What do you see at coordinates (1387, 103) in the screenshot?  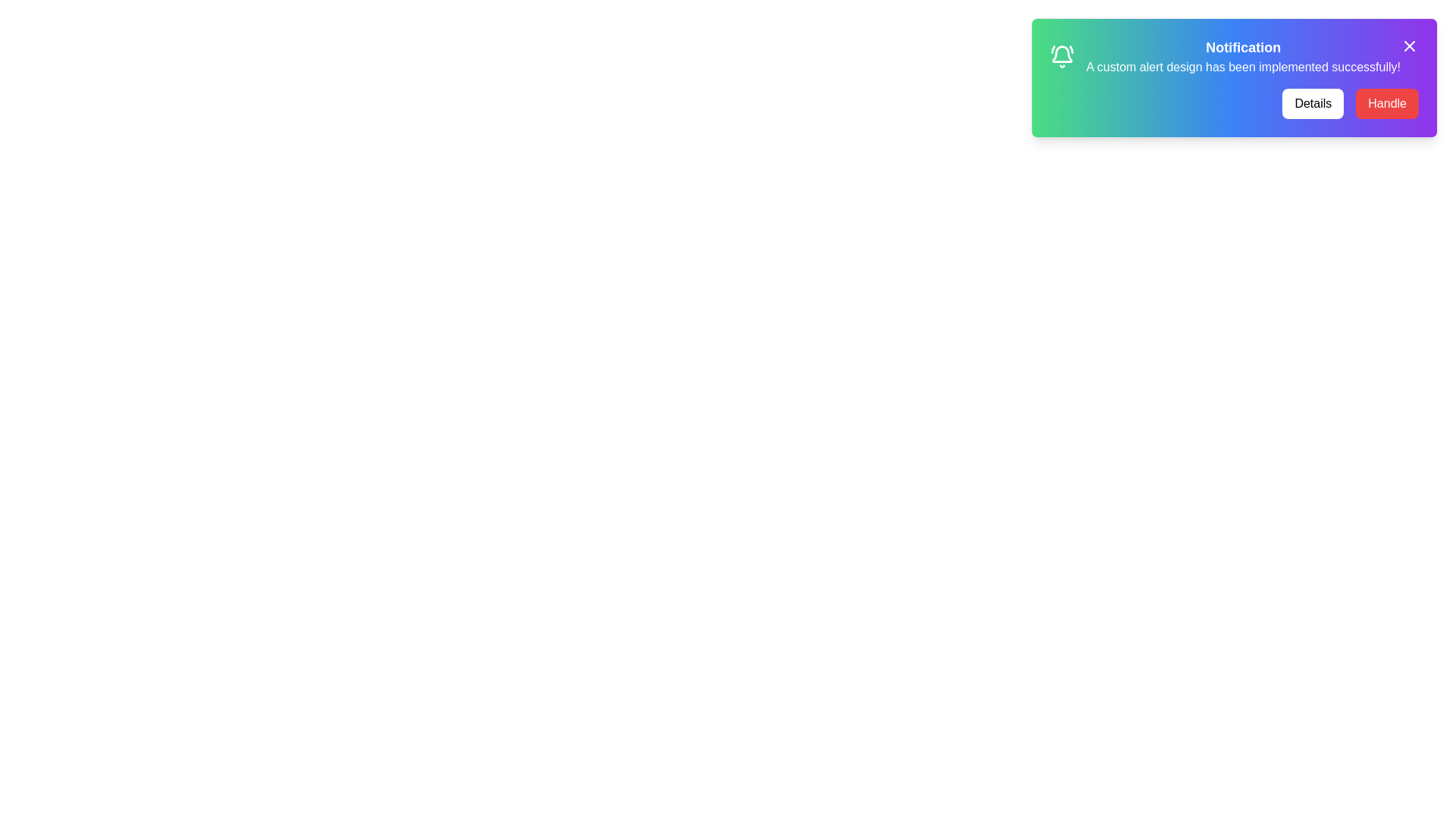 I see `the 'Handle' button to mark the alert as handled` at bounding box center [1387, 103].